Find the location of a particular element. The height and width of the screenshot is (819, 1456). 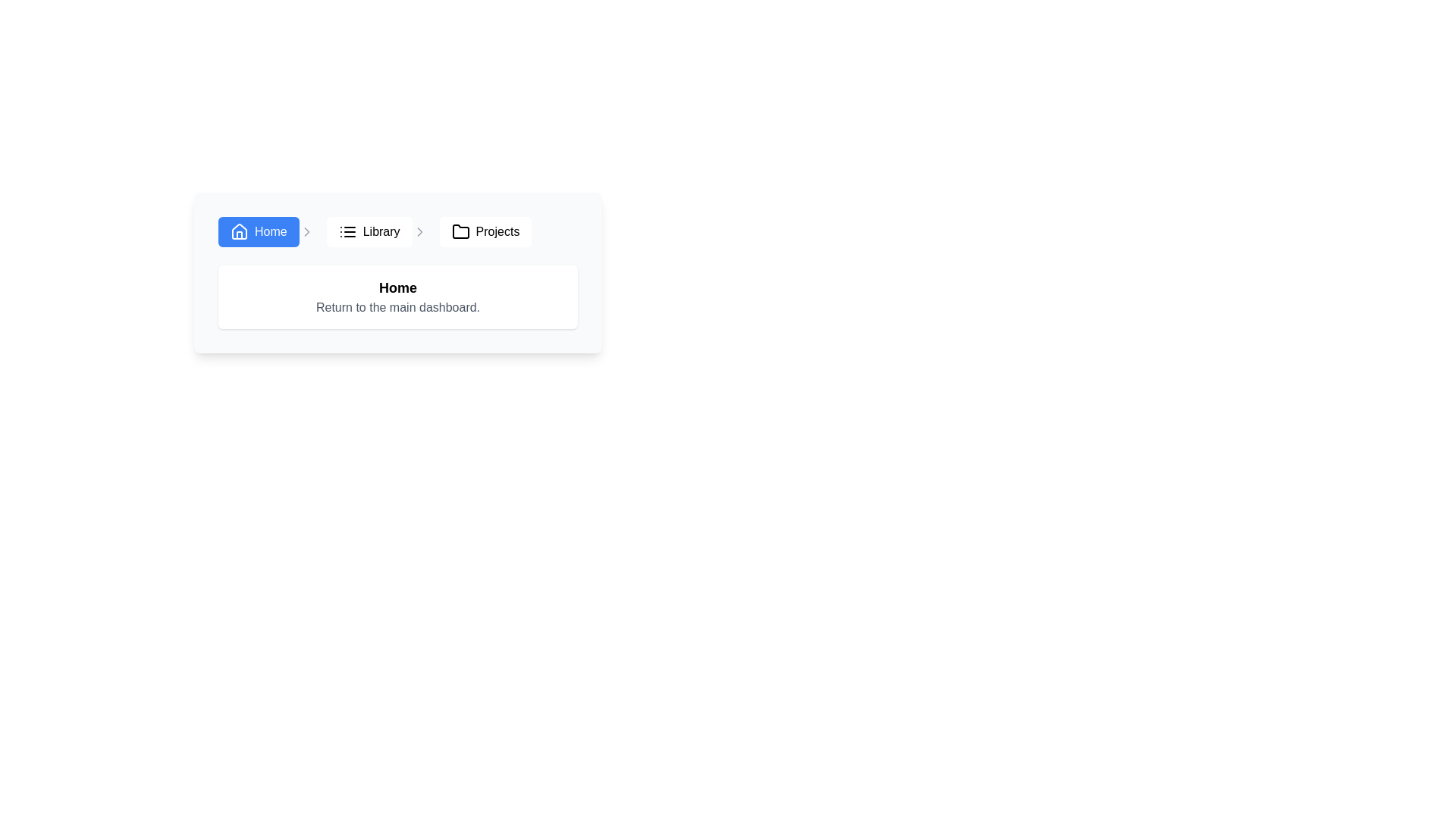

the second item in the breadcrumb navigation bar is located at coordinates (377, 231).